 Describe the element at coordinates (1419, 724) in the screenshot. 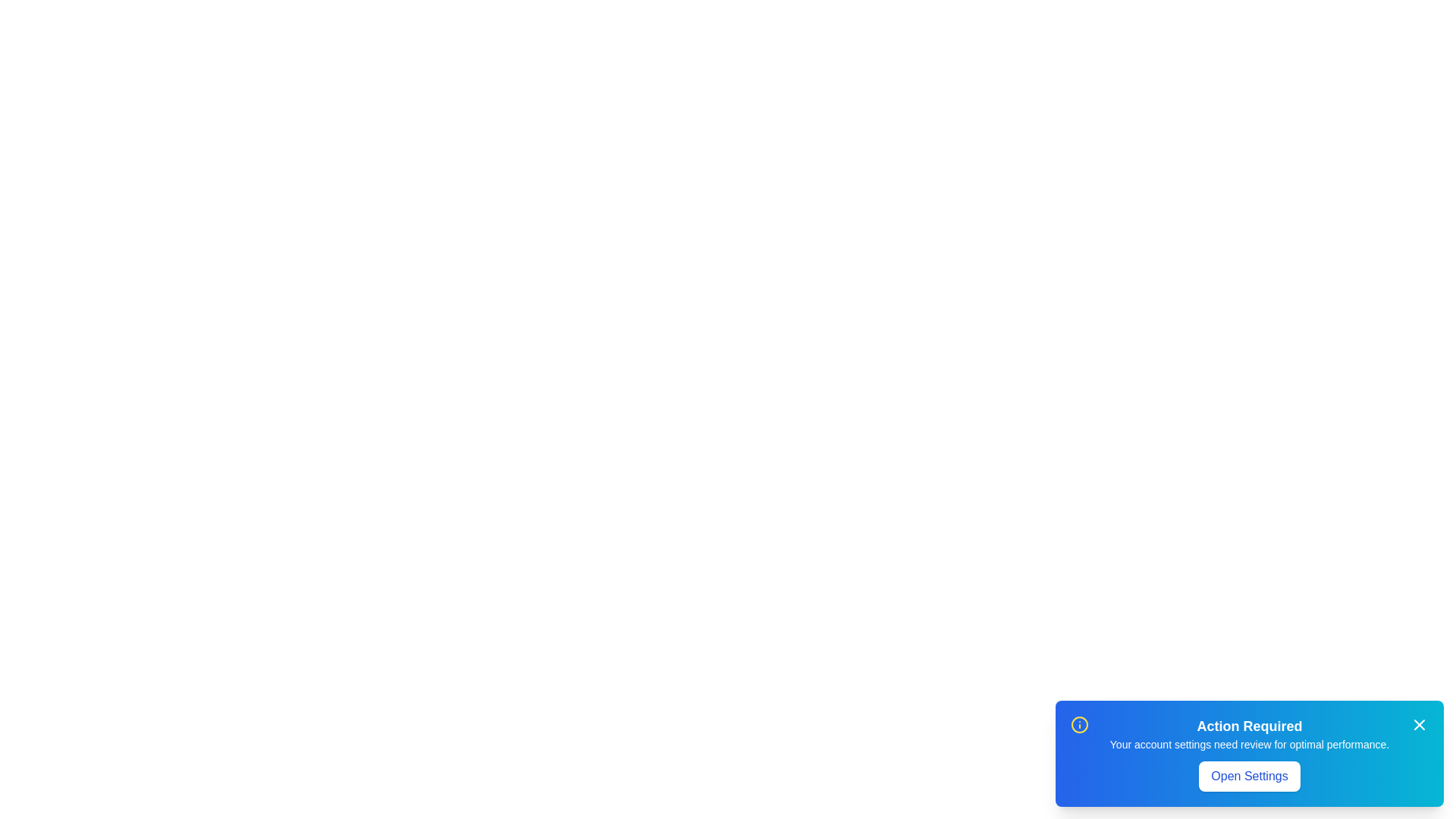

I see `the close button to dismiss the snackbar` at that location.